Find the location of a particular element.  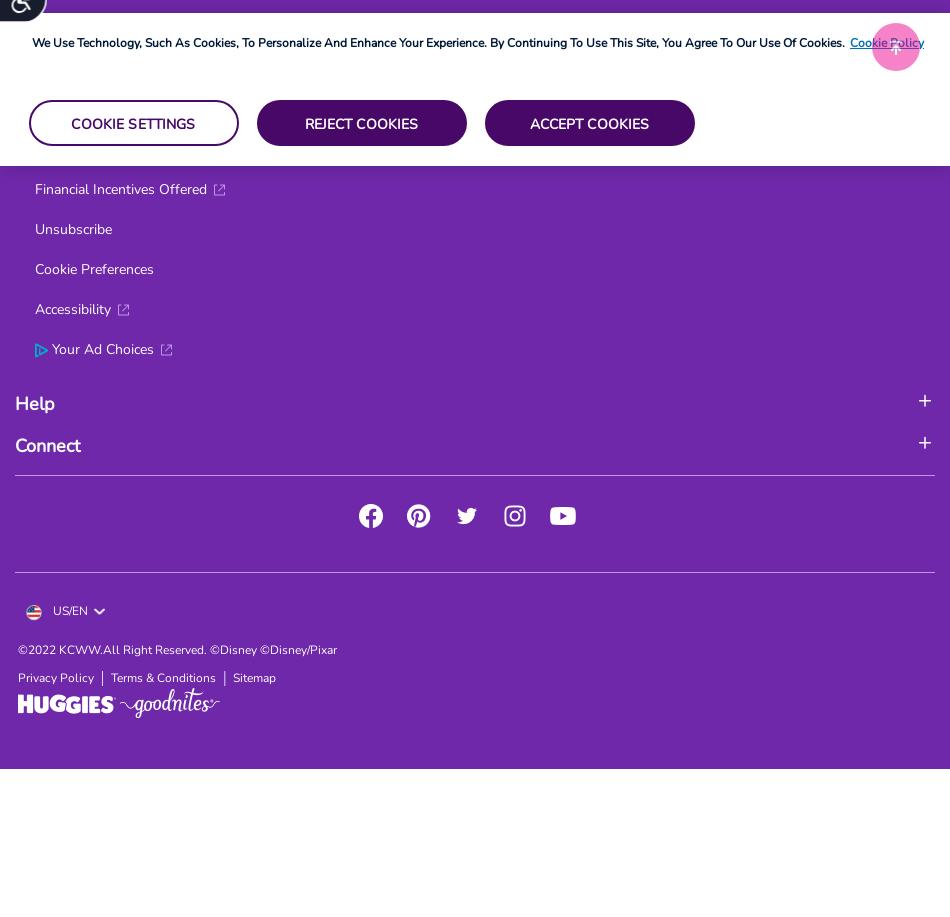

'Sitemap' is located at coordinates (233, 678).